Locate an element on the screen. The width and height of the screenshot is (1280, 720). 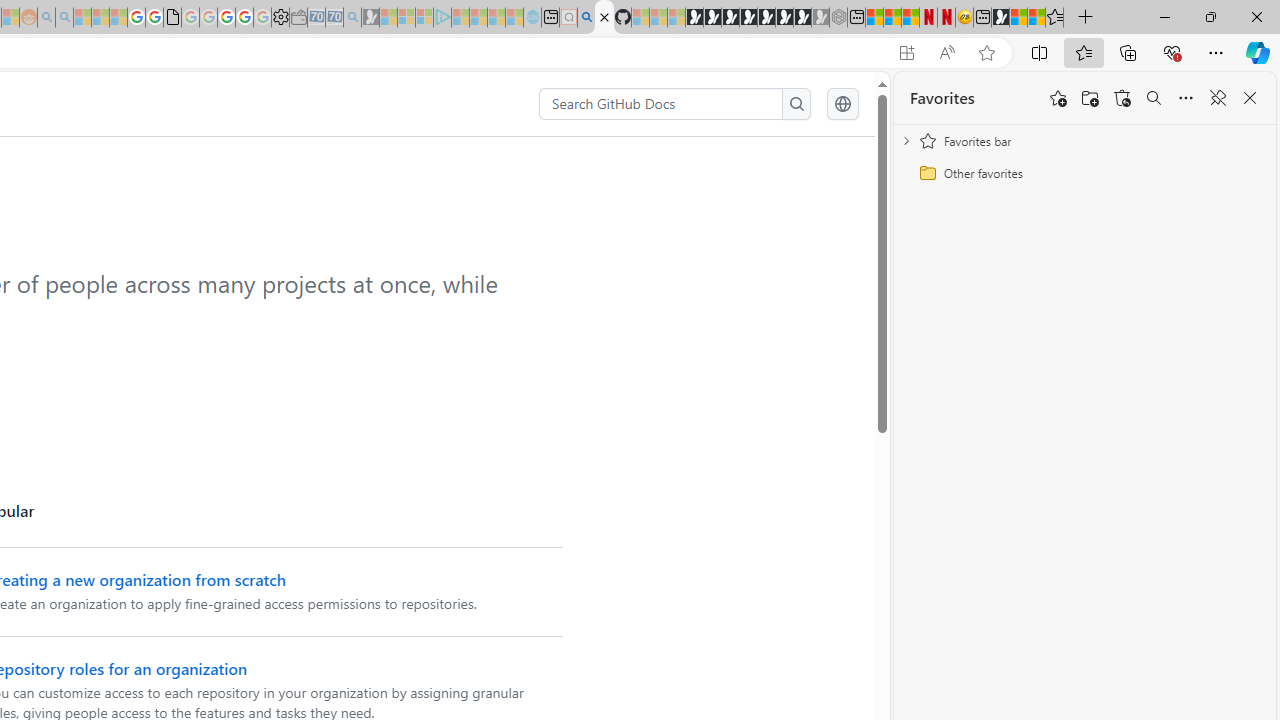
'Wildlife - MSN' is located at coordinates (1018, 17).